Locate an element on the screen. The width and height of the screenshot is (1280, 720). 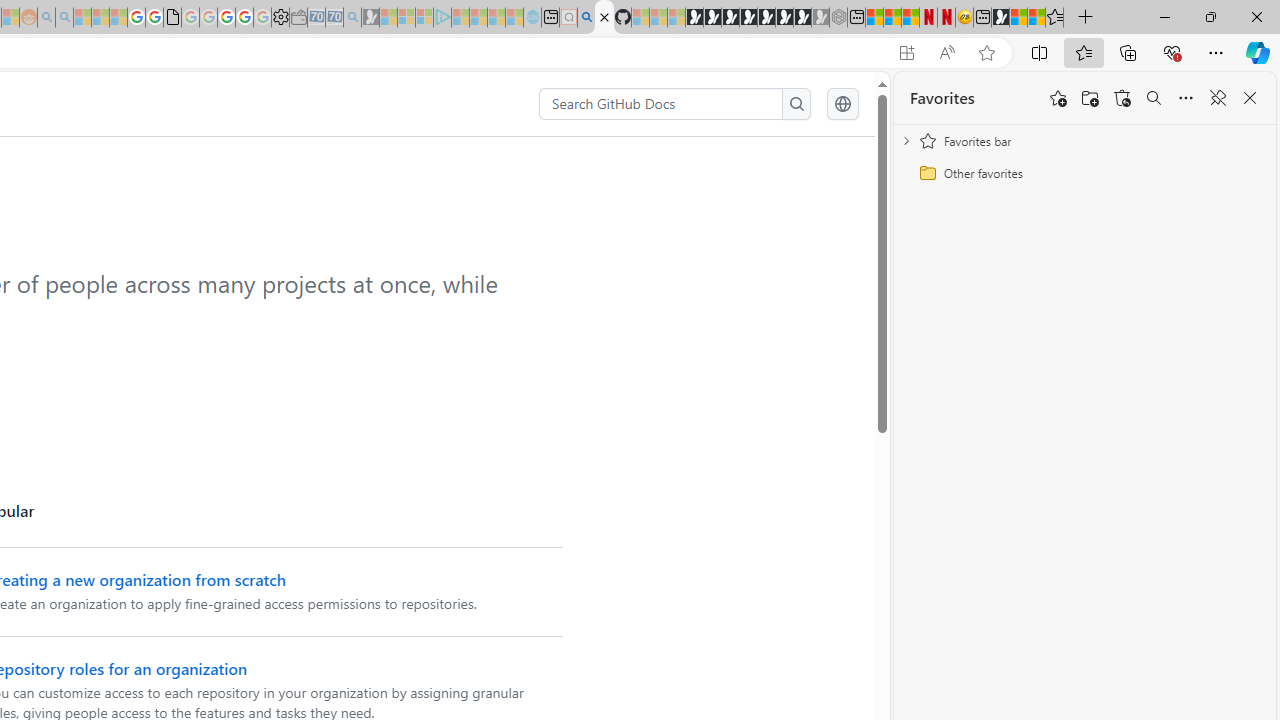
'Wildlife - MSN' is located at coordinates (1018, 17).